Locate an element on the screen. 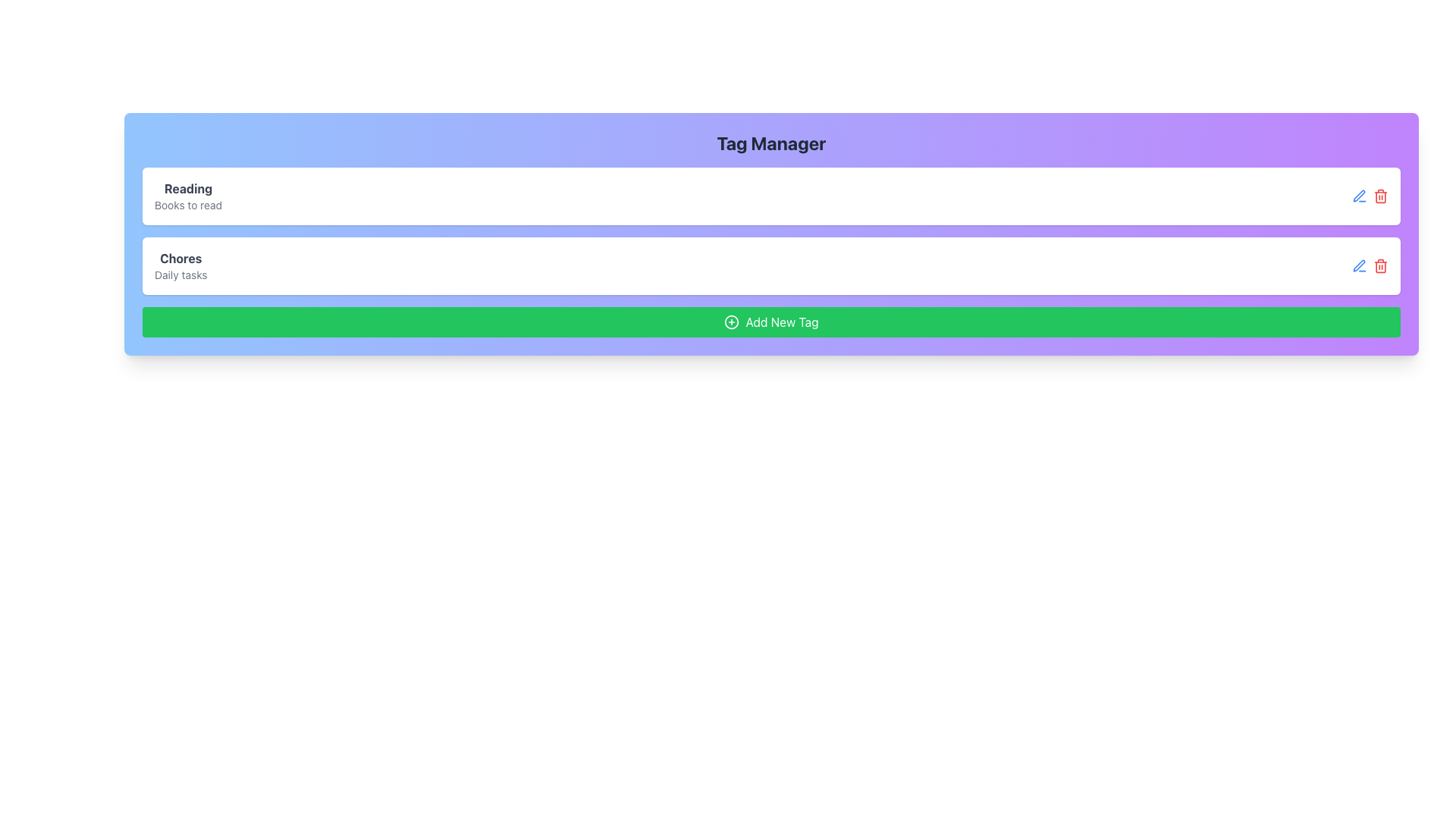 The image size is (1456, 819). the central circular part of the 'Add New Tag' button, which is part of a plus sign icon located at the bottom of the interface is located at coordinates (732, 321).